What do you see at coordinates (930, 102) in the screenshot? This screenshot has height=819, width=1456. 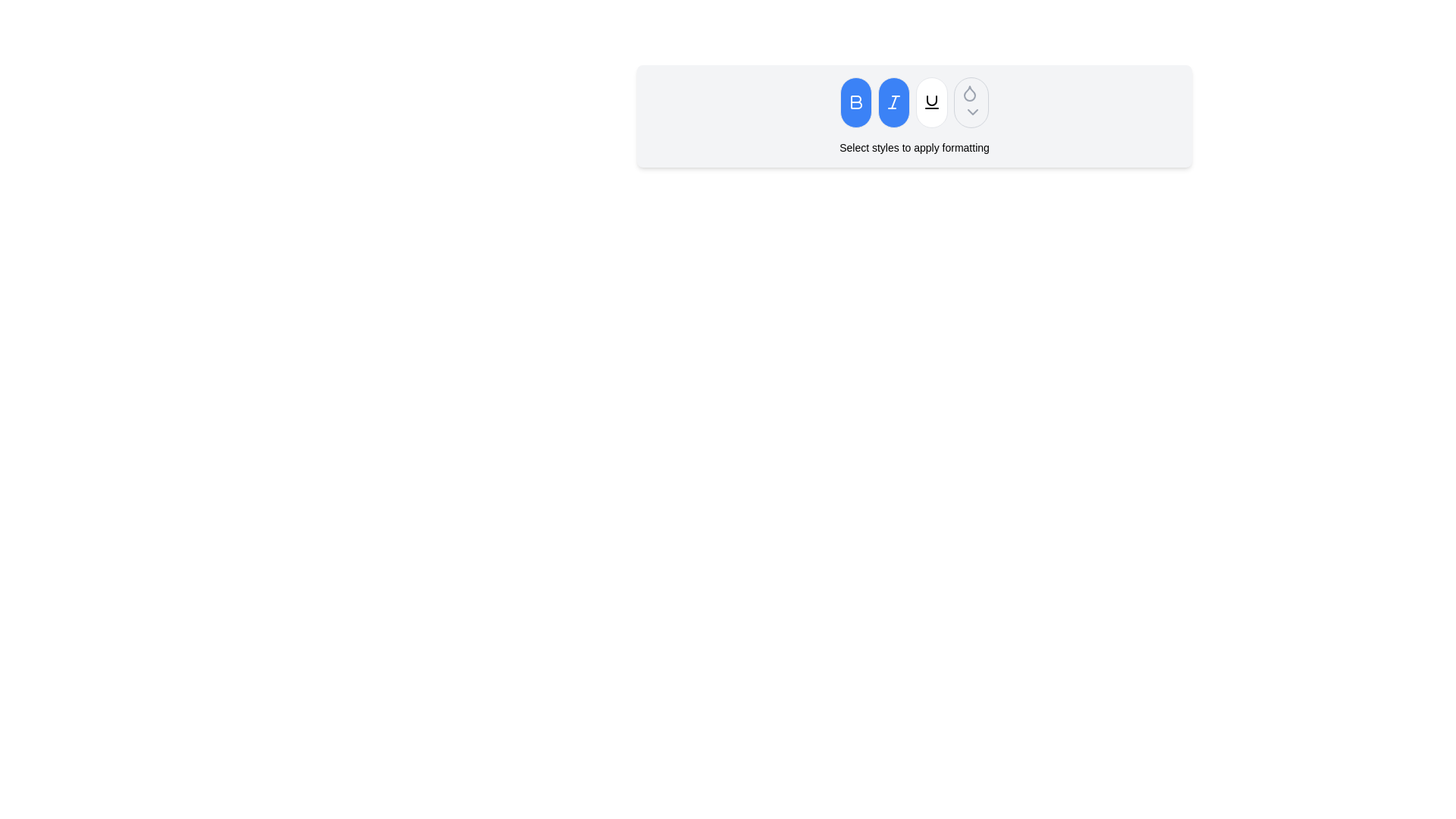 I see `the underlining button located in the text formatting toolbar, positioned to the right of the bold and italic buttons` at bounding box center [930, 102].